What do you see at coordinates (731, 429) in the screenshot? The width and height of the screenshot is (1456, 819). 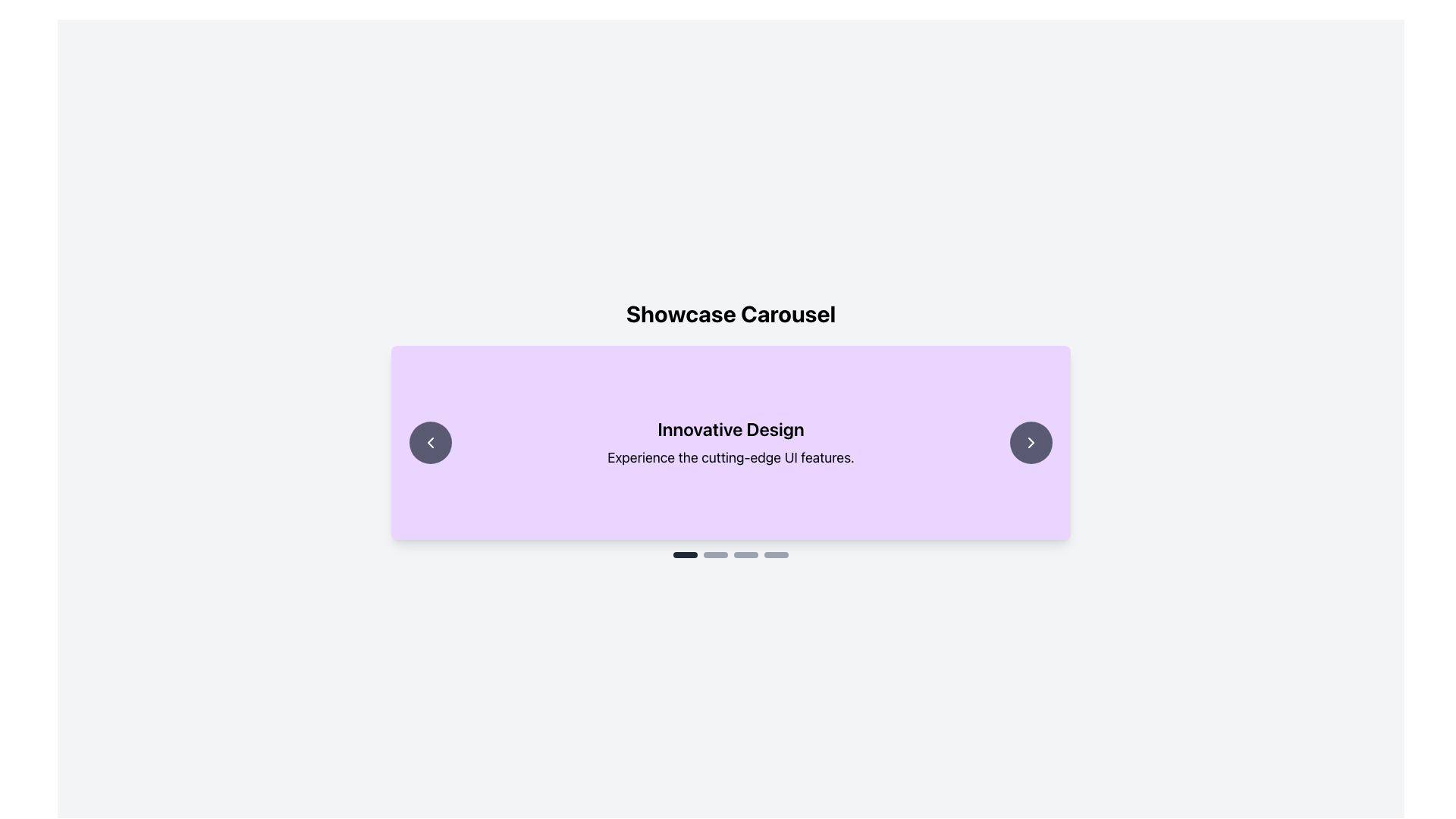 I see `text from the Text Label that serves as a heading or title for the section, positioned above the sibling element displaying 'Experience the cutting-edge UI features.'` at bounding box center [731, 429].